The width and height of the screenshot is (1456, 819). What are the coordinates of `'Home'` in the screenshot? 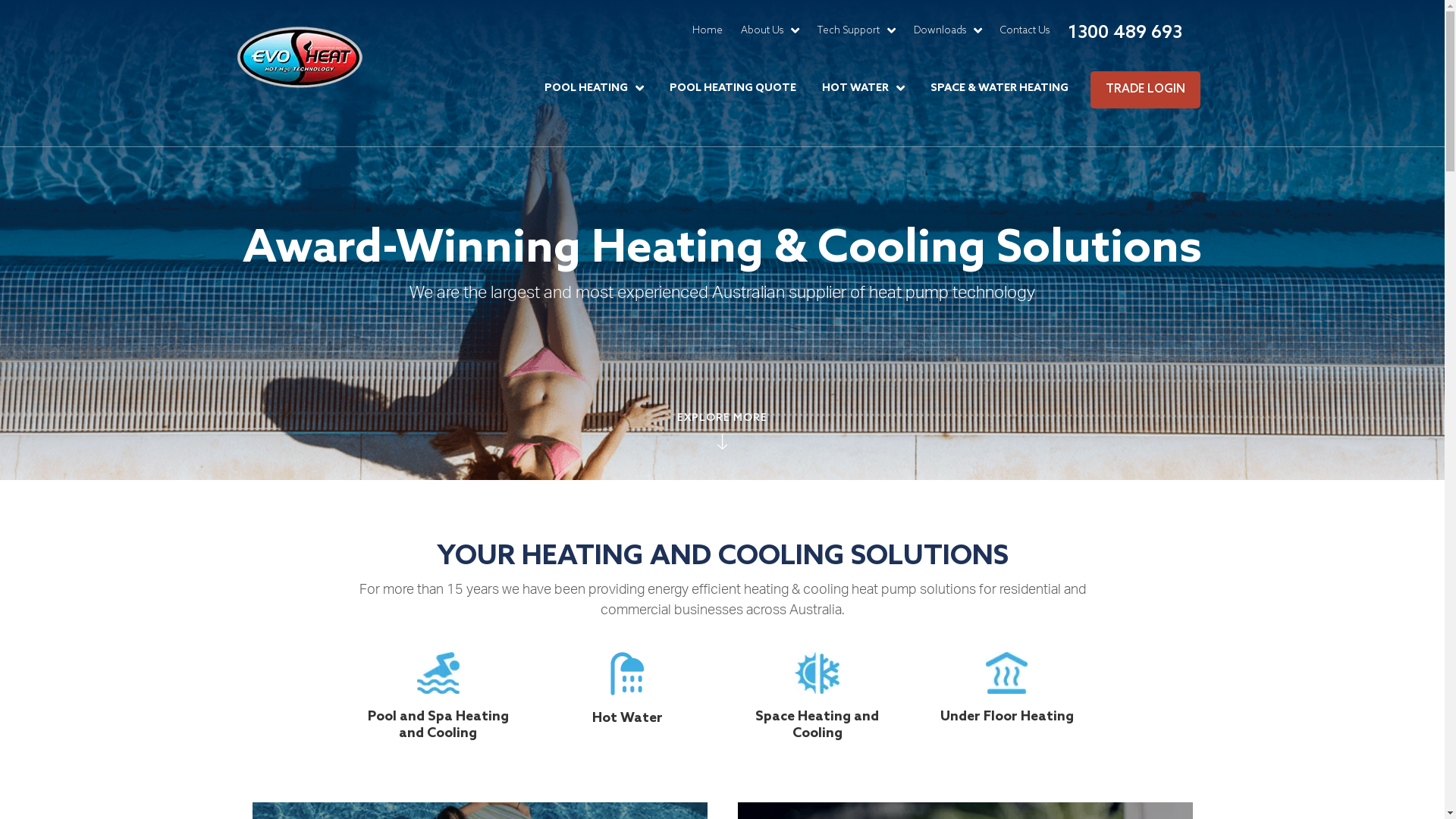 It's located at (691, 30).